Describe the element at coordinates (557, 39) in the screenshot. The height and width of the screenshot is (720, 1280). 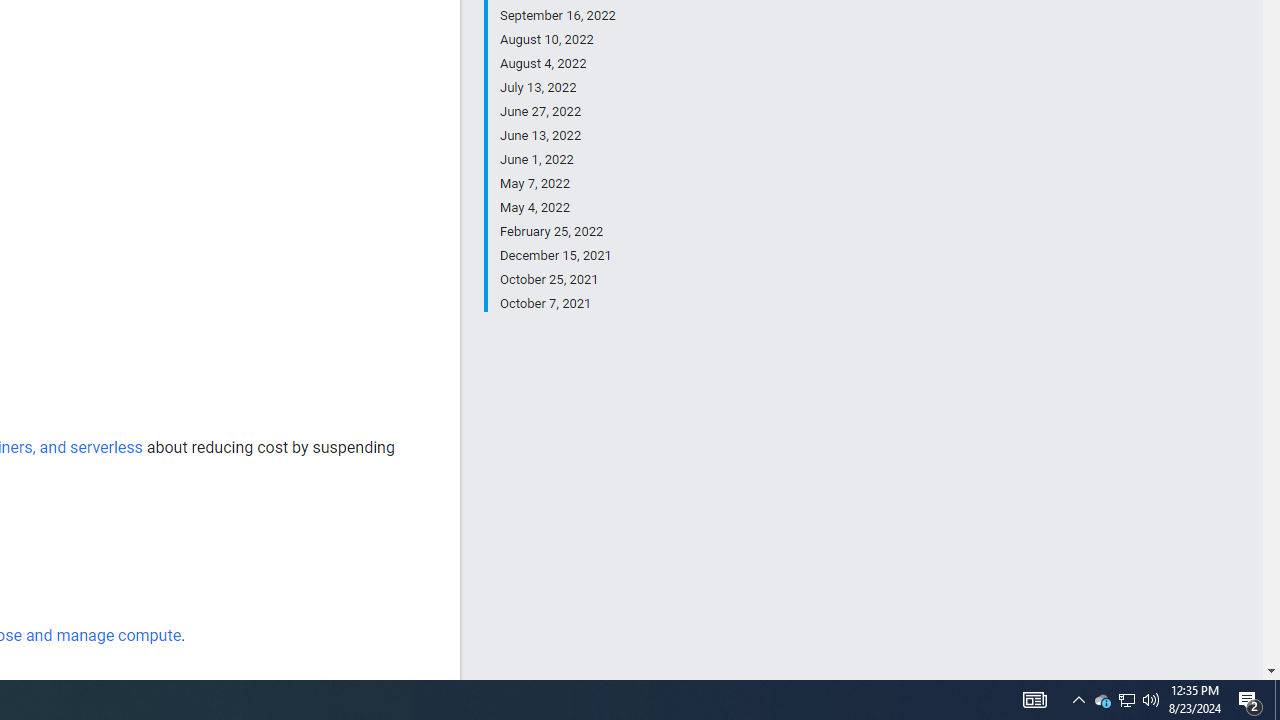
I see `'August 10, 2022'` at that location.